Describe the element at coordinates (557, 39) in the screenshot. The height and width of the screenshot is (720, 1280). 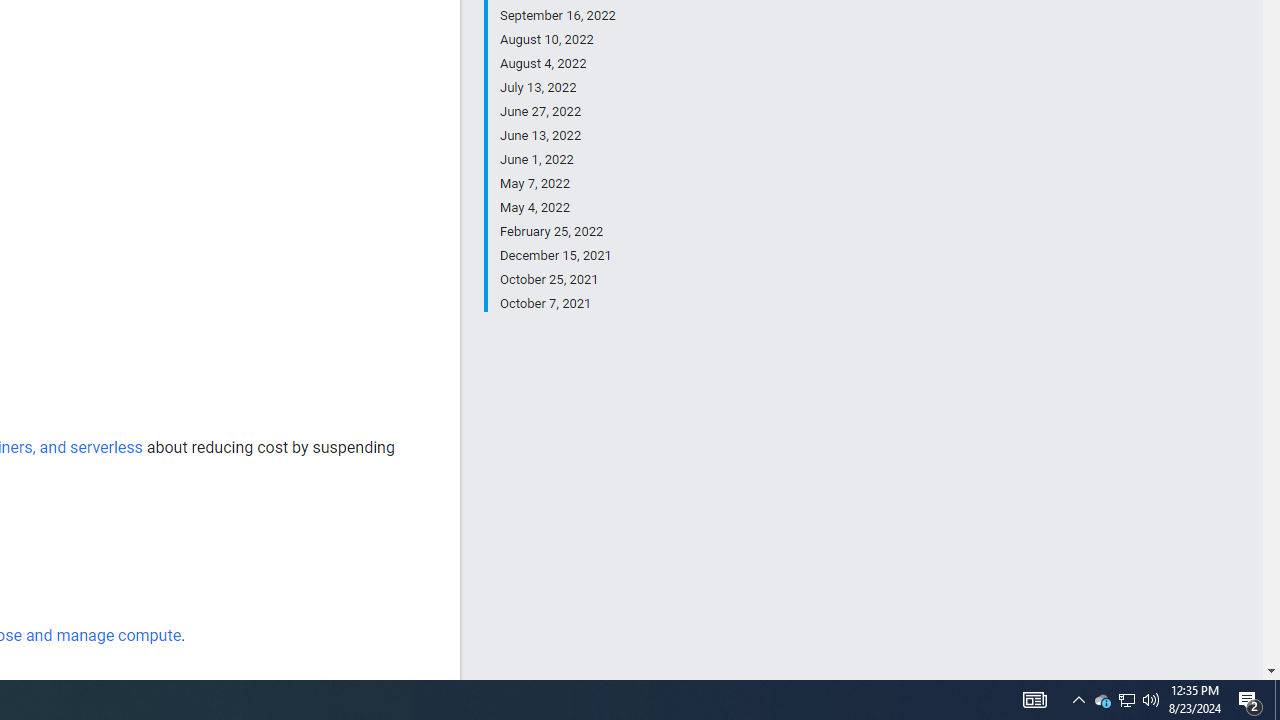
I see `'August 10, 2022'` at that location.